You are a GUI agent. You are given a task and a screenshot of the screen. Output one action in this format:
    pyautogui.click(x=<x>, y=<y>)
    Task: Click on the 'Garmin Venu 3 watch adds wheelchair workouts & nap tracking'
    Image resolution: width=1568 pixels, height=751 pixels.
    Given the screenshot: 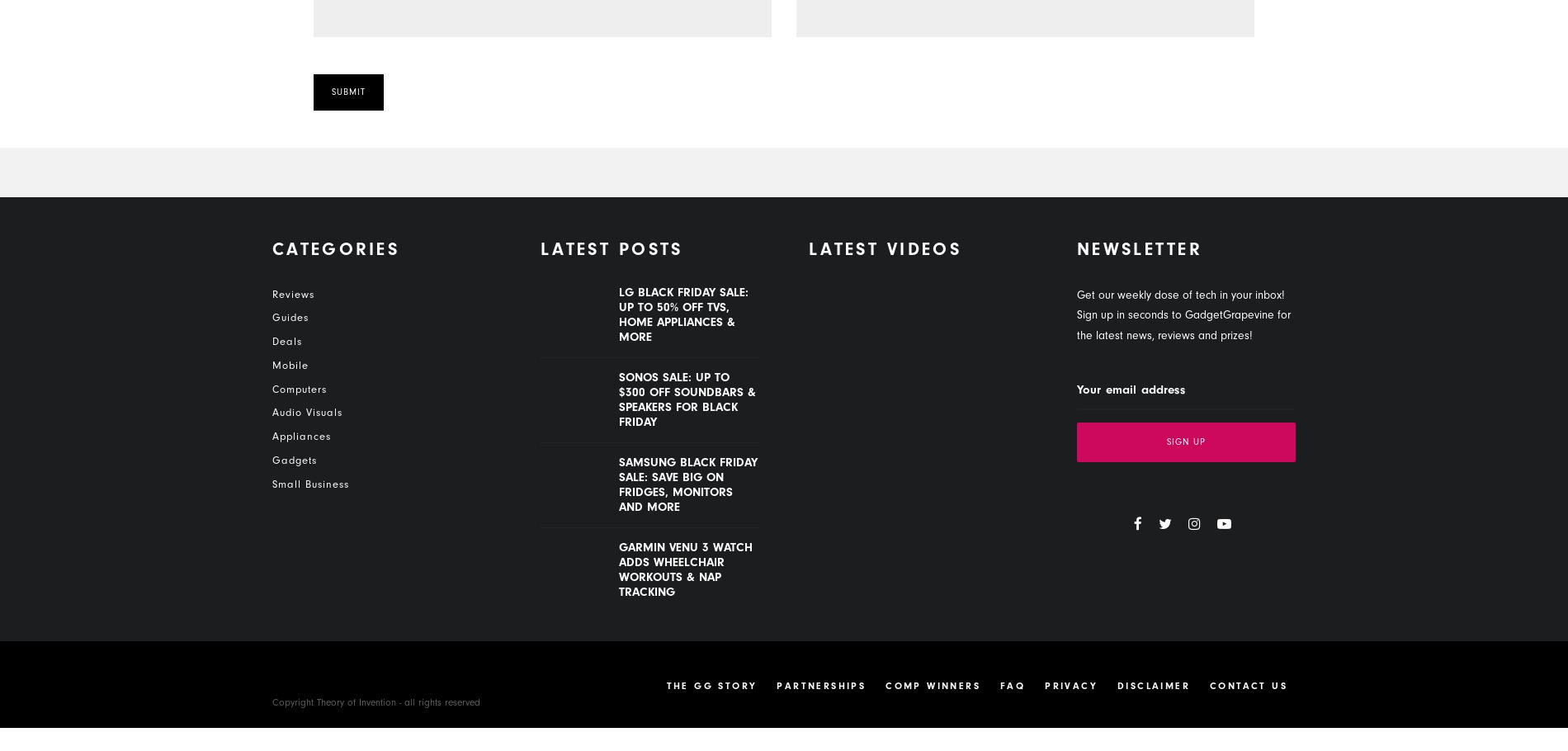 What is the action you would take?
    pyautogui.click(x=685, y=569)
    